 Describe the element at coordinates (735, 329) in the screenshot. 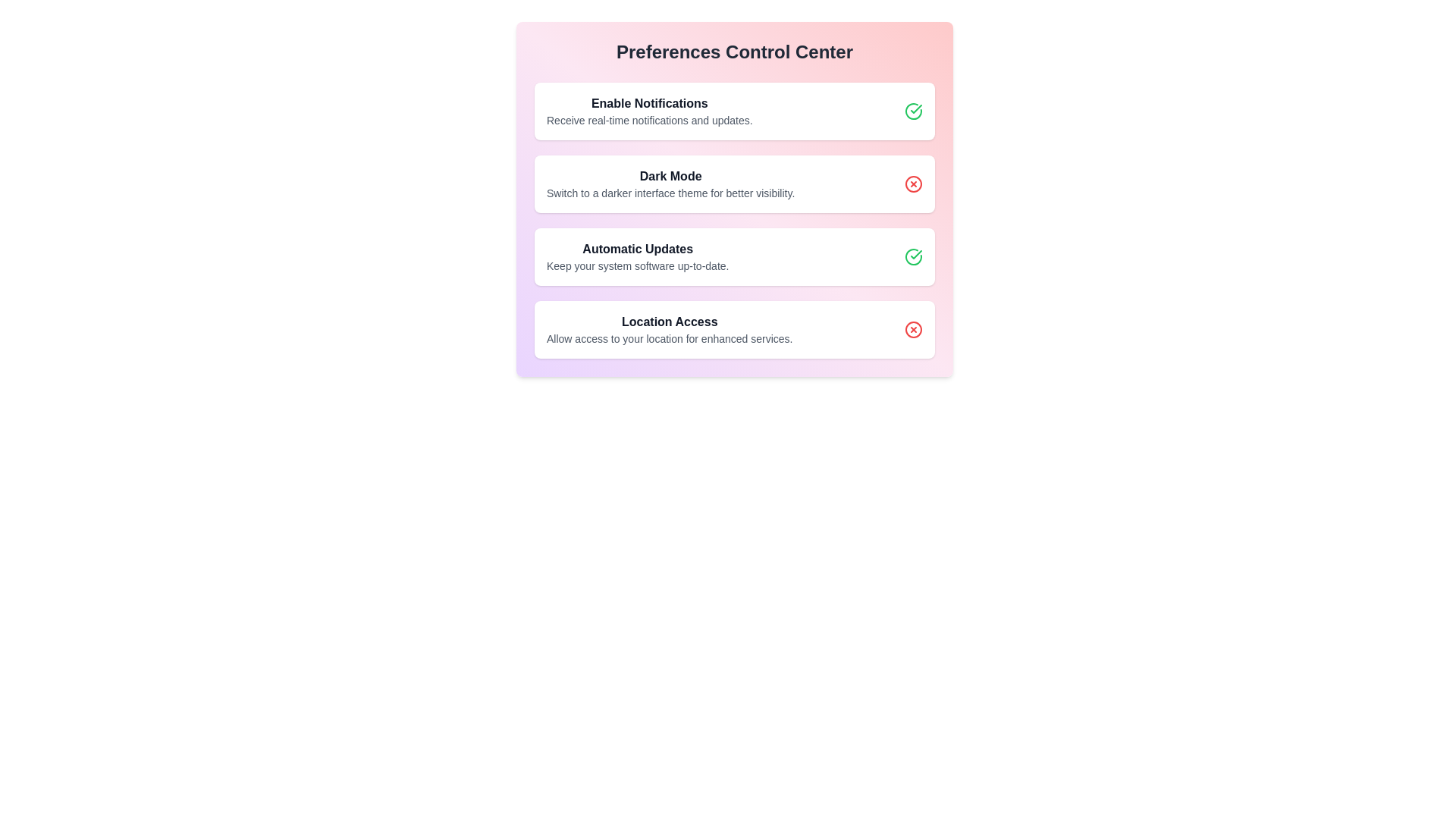

I see `the Informational card about location access settings in the Preferences Control Center` at that location.